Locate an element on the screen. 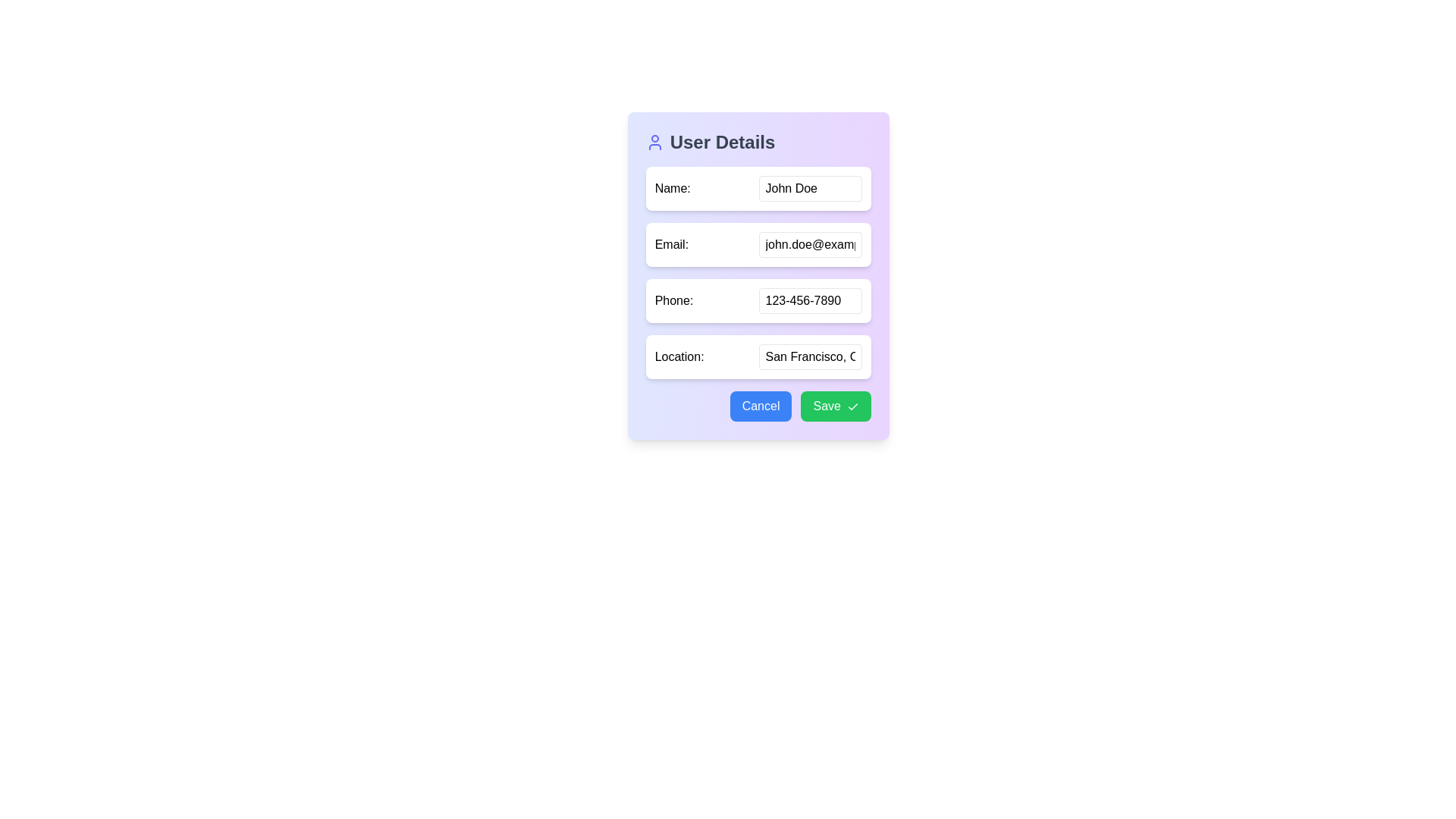  the cancel button, which is the first button from the left in the row at the bottom of the central card interface, to observe visual feedback is located at coordinates (761, 406).